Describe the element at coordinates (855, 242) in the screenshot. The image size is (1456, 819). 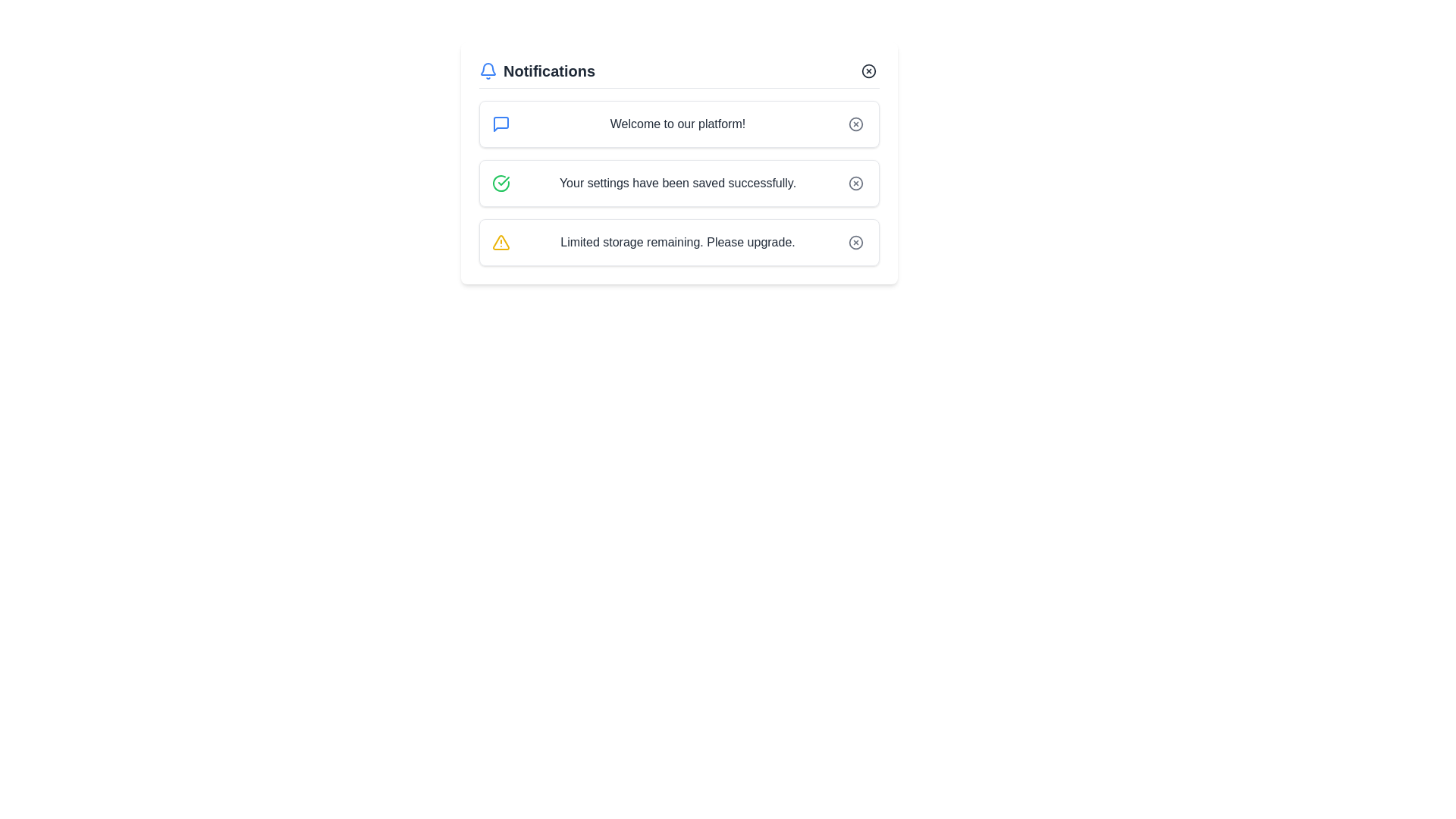
I see `the small circular button with a gray border and an 'X' icon inside` at that location.